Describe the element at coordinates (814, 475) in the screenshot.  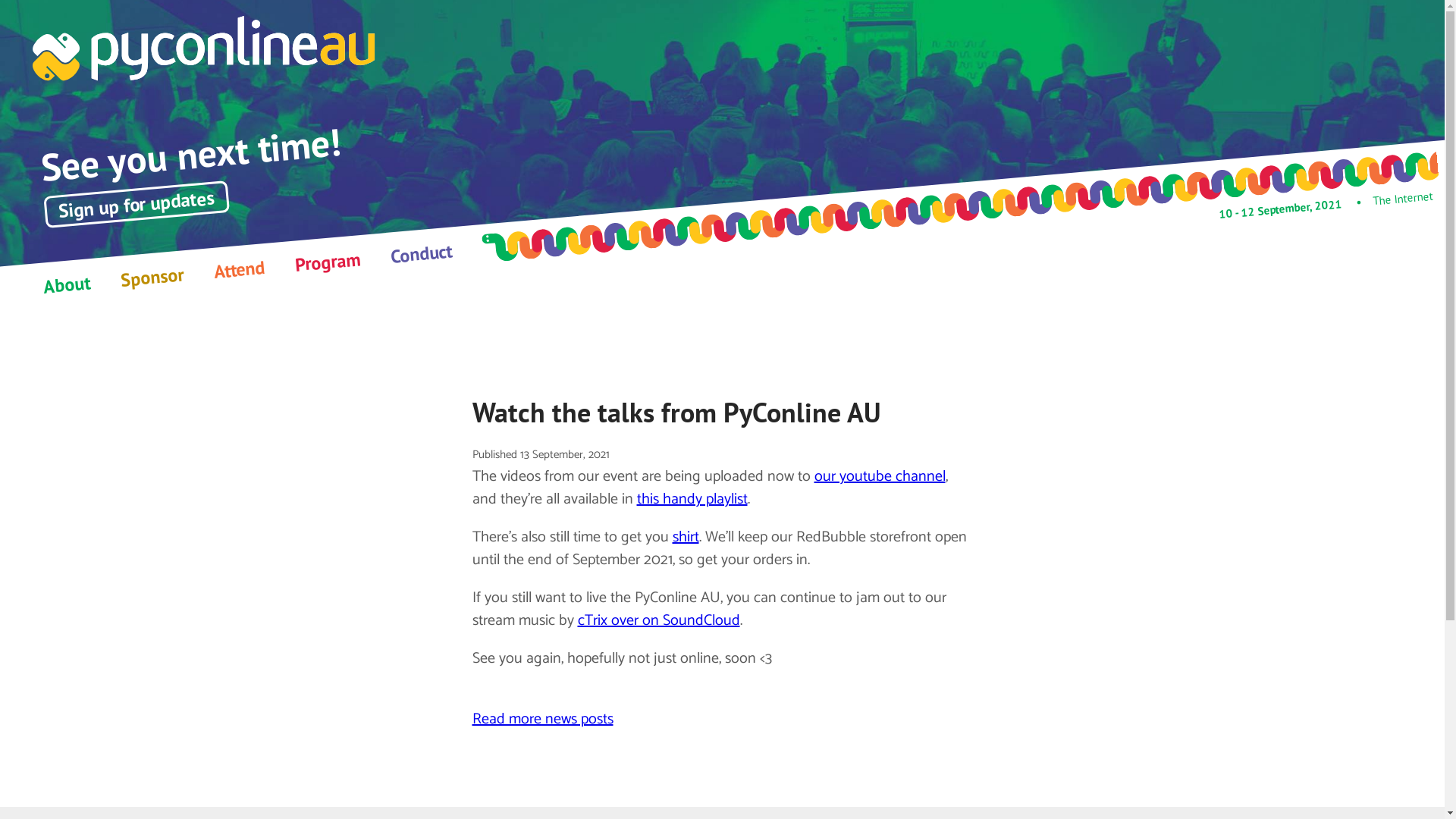
I see `'our youtube channel'` at that location.